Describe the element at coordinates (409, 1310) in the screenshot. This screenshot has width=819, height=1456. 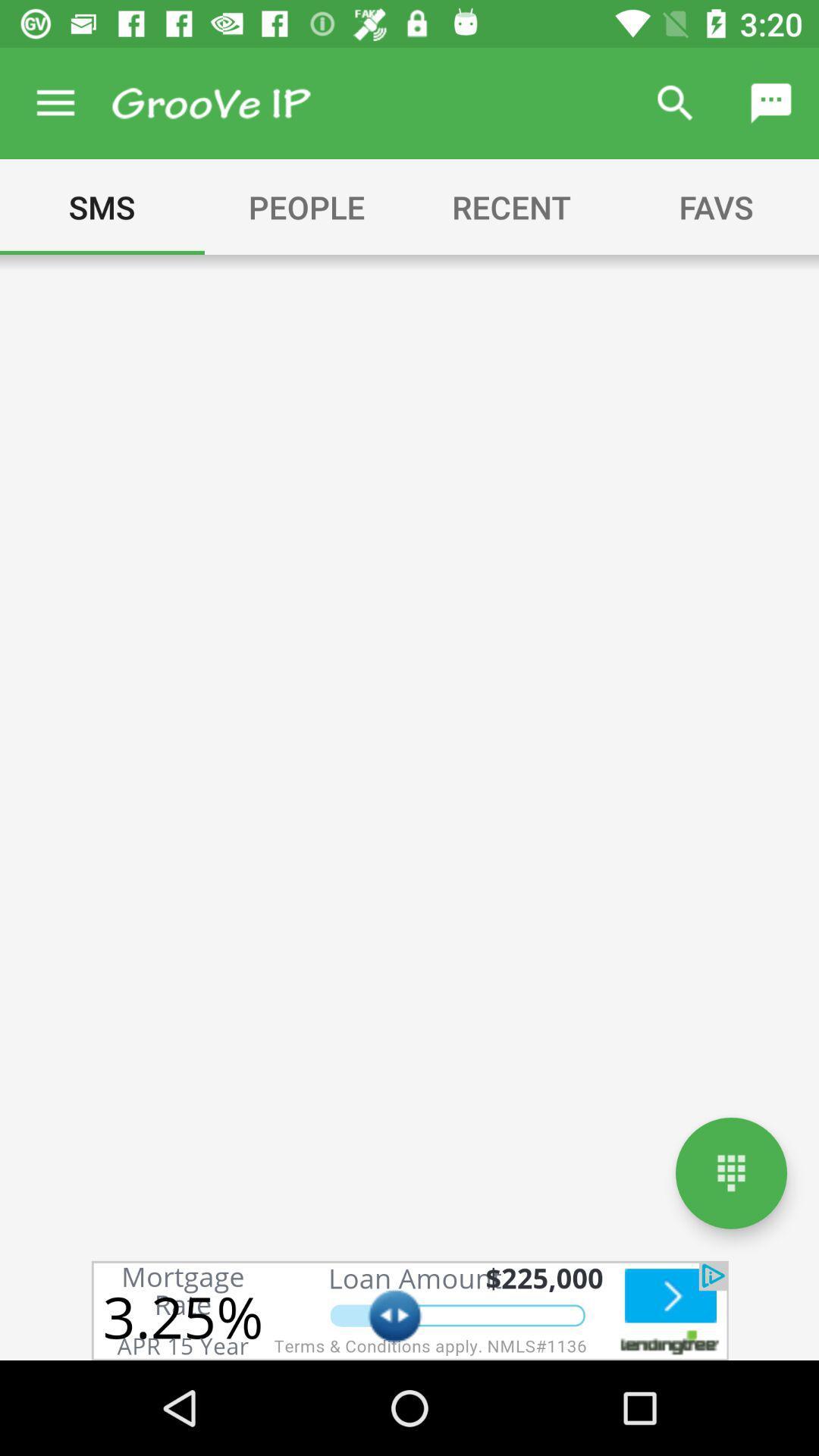
I see `3.25` at that location.